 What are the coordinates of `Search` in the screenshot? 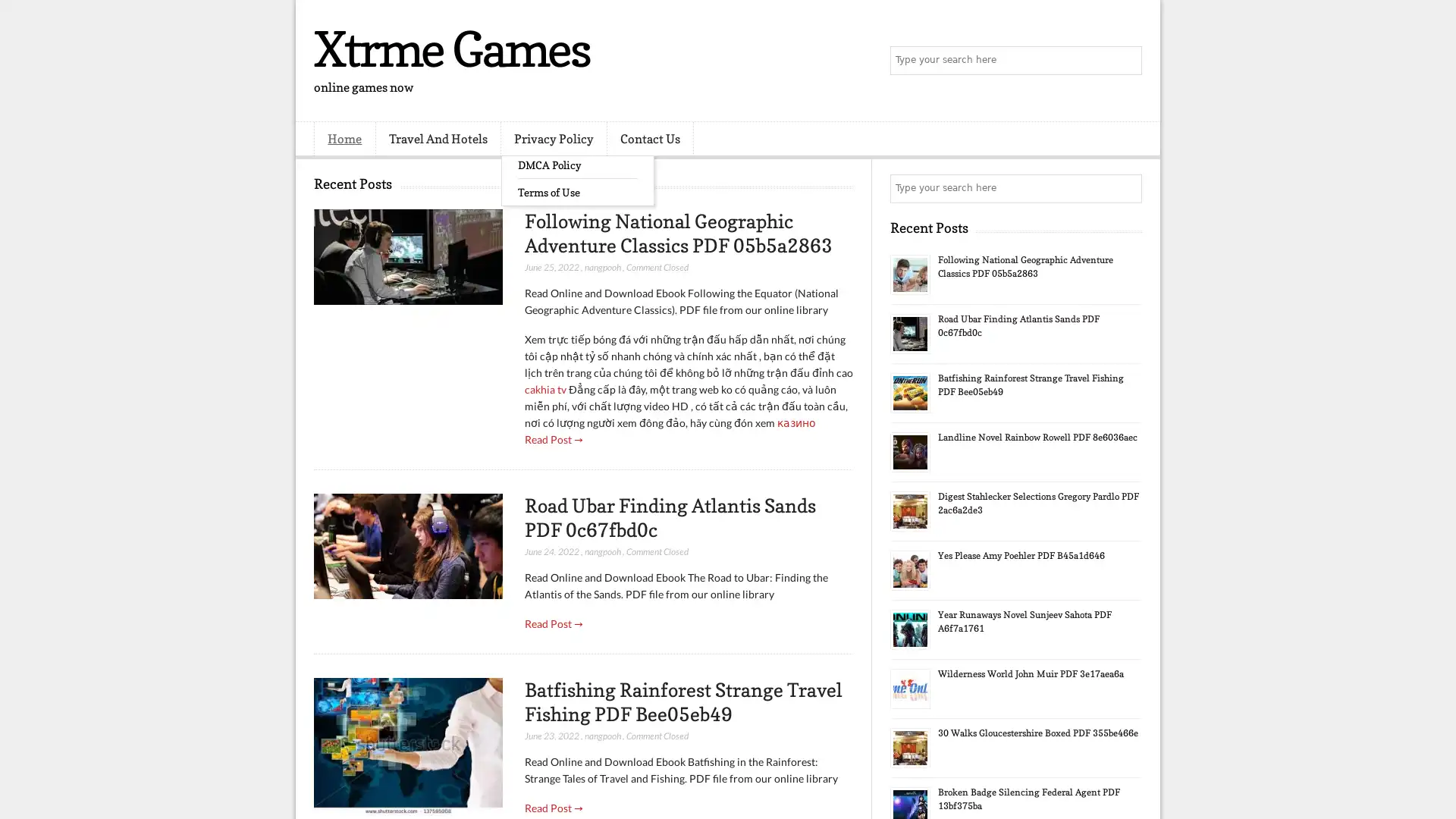 It's located at (1126, 188).